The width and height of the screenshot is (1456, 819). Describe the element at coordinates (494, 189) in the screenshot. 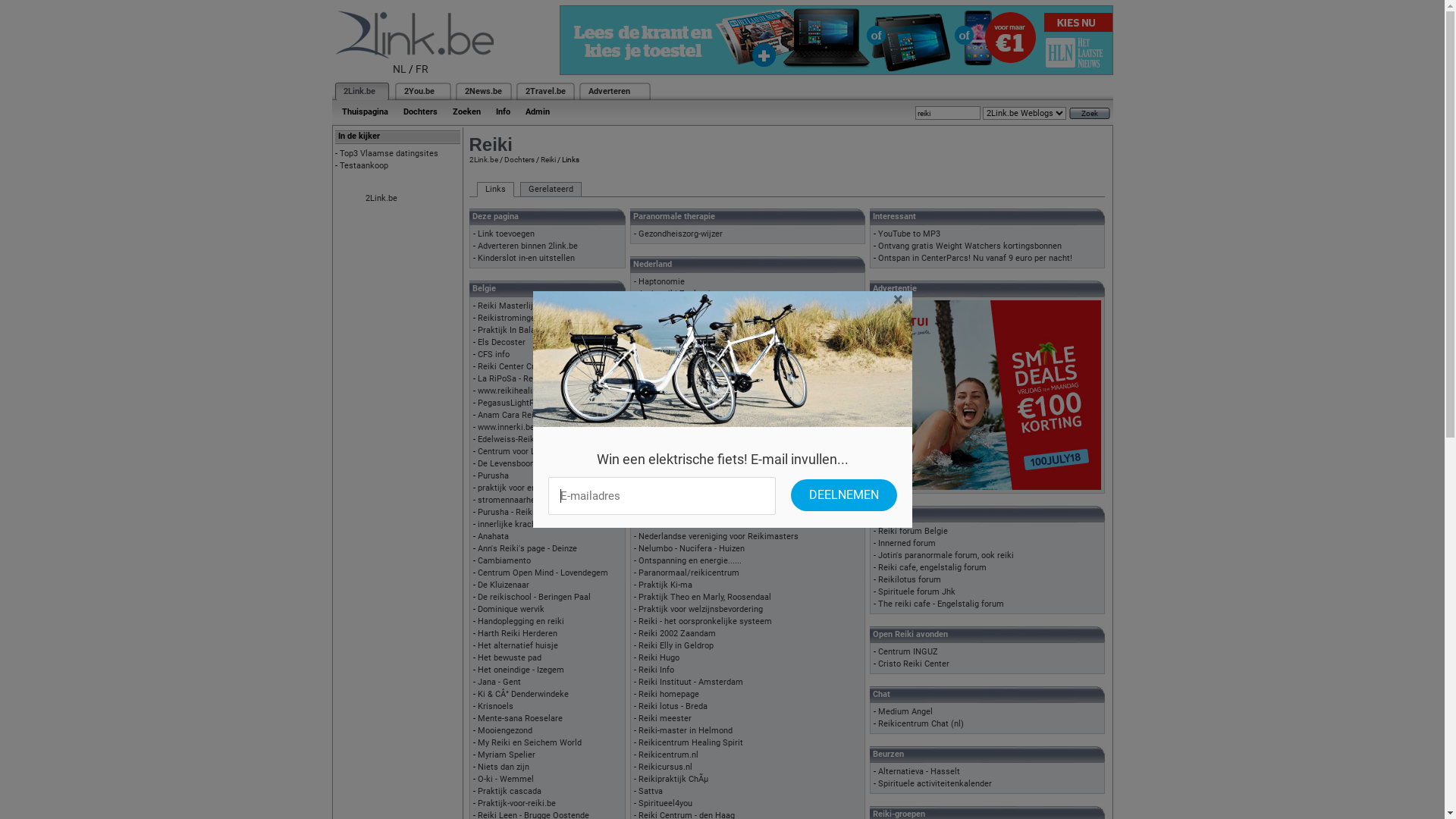

I see `'Links'` at that location.